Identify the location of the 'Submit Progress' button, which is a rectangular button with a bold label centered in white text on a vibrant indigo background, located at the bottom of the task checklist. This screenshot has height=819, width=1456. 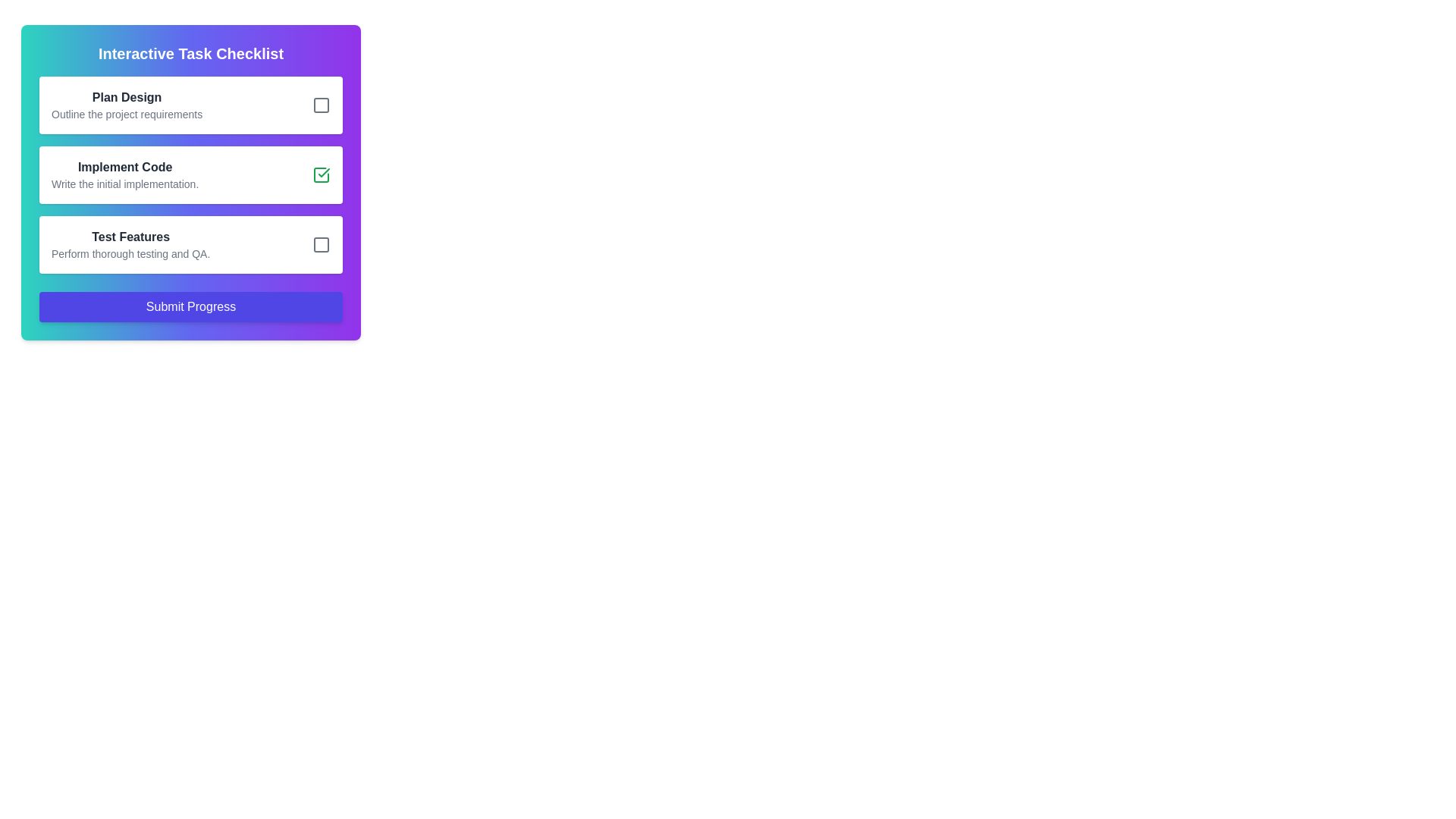
(190, 307).